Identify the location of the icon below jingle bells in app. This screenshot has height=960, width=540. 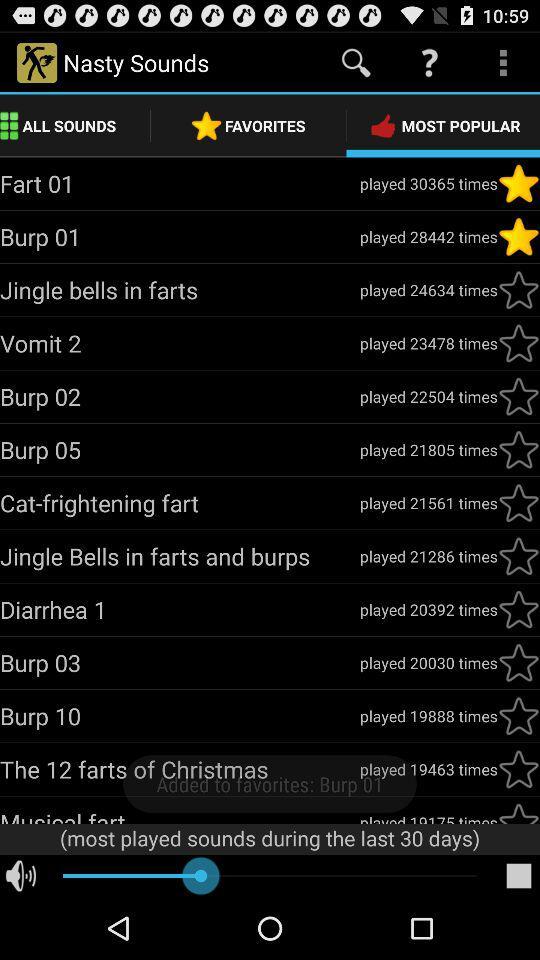
(179, 608).